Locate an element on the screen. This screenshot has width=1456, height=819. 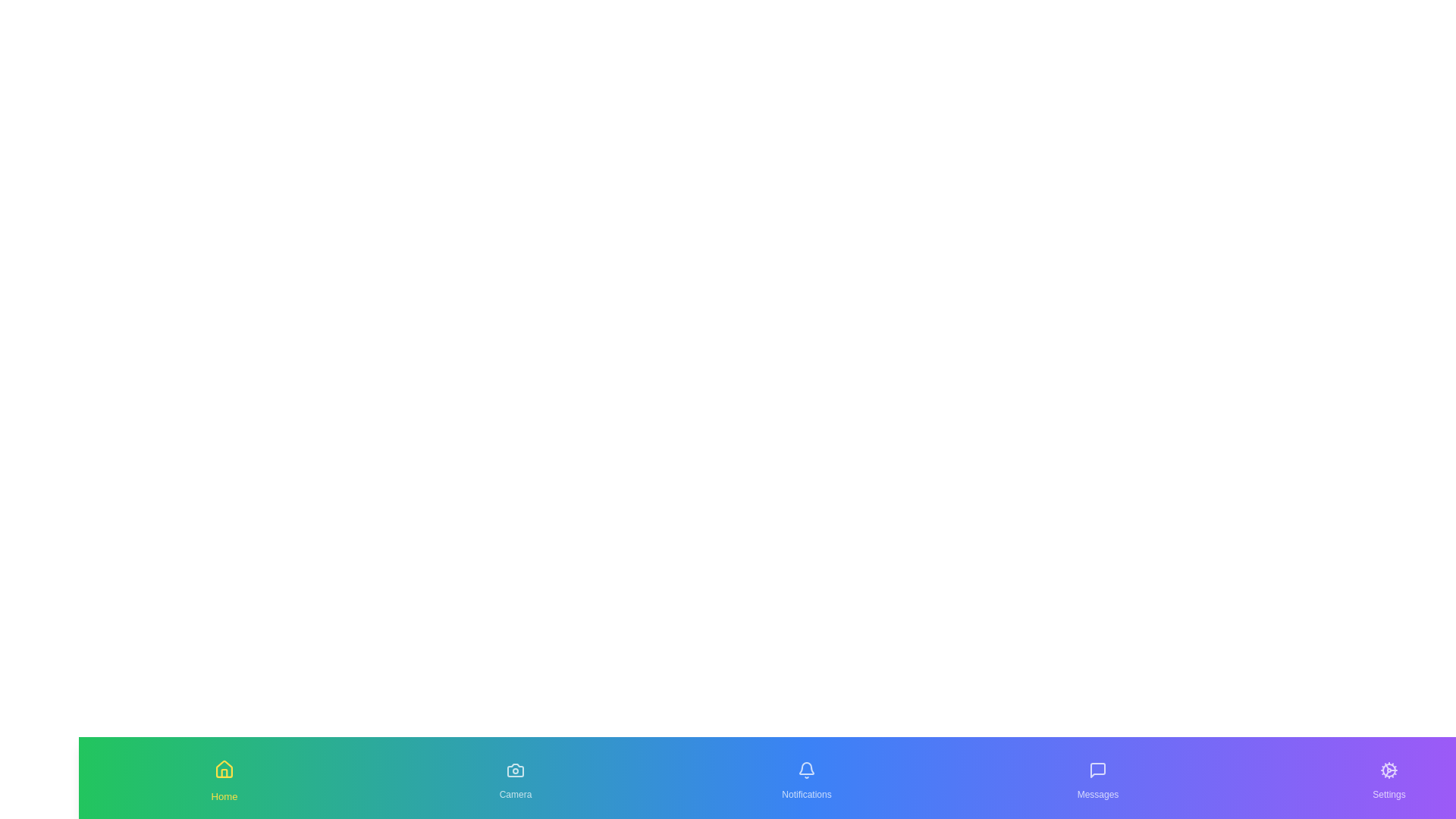
the tab labeled Messages is located at coordinates (1098, 778).